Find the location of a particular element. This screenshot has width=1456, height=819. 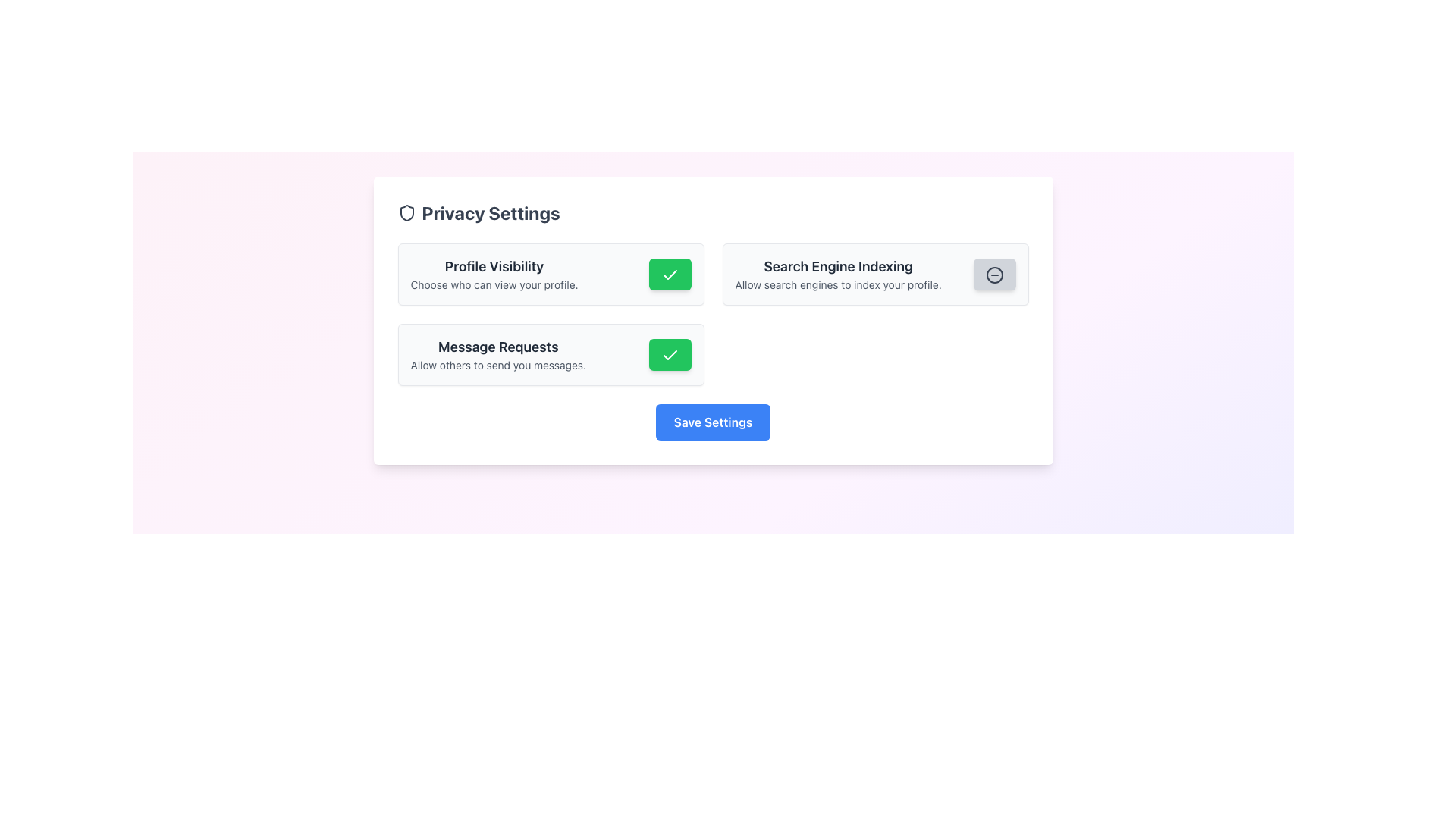

the circular gray button with a 'minus' icon located in the 'Search Engine Indexing' section is located at coordinates (994, 275).